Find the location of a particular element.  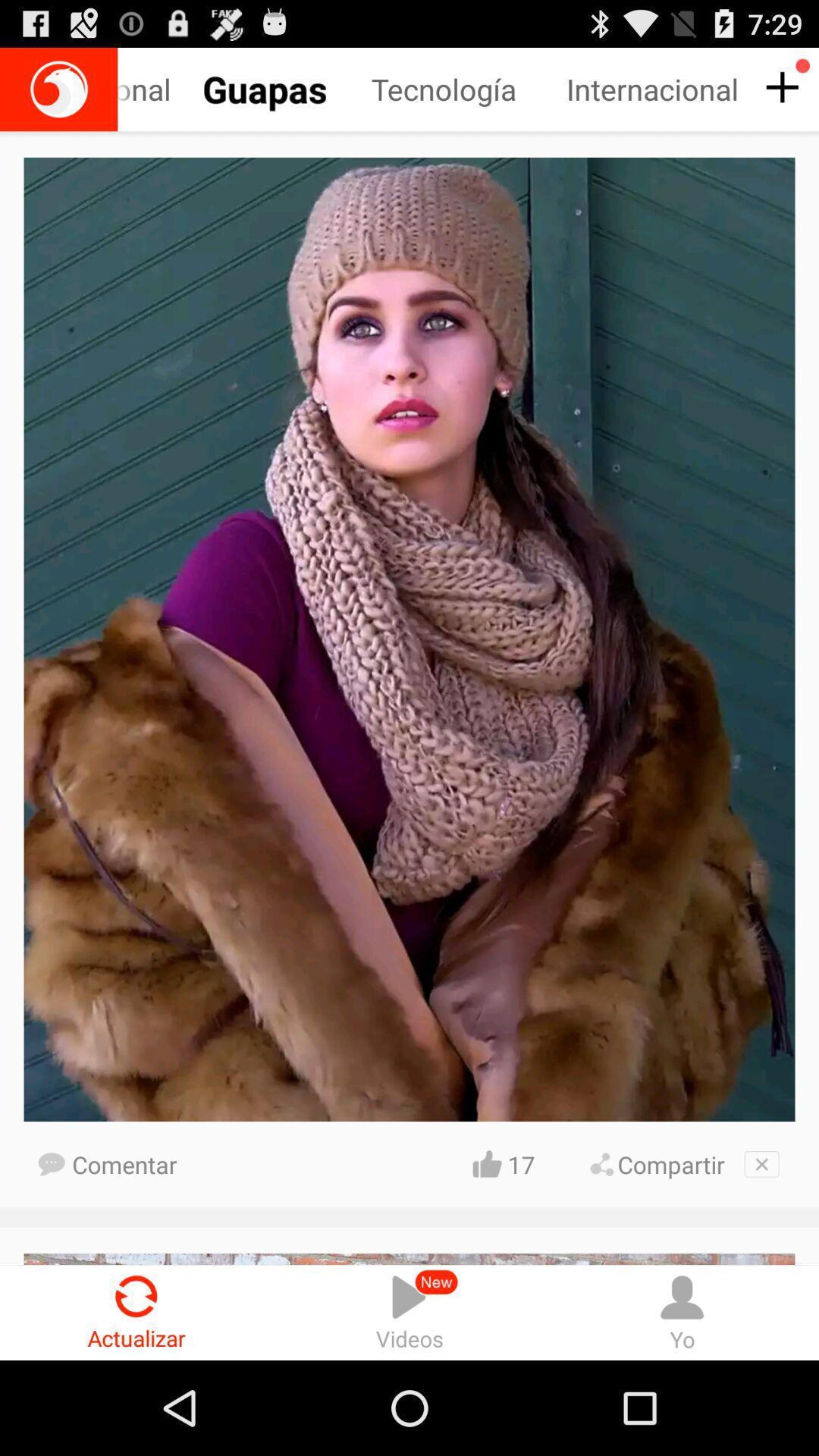

the plus icon below 729 is located at coordinates (780, 87).